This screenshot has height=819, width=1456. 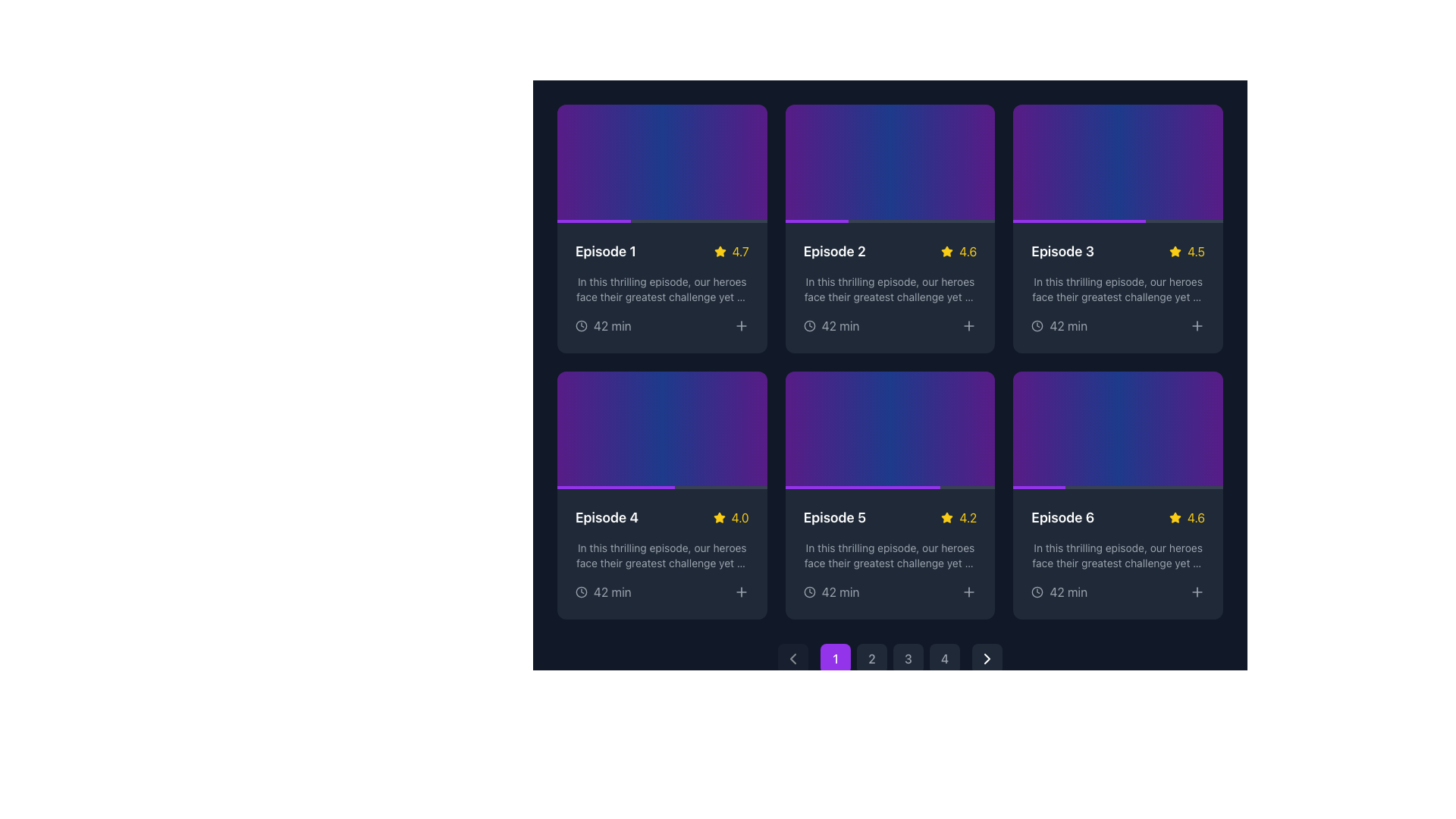 What do you see at coordinates (607, 517) in the screenshot?
I see `to select the text of the 'Episode 4' label located in the bottom-left card of the second row within the episode cards grid` at bounding box center [607, 517].